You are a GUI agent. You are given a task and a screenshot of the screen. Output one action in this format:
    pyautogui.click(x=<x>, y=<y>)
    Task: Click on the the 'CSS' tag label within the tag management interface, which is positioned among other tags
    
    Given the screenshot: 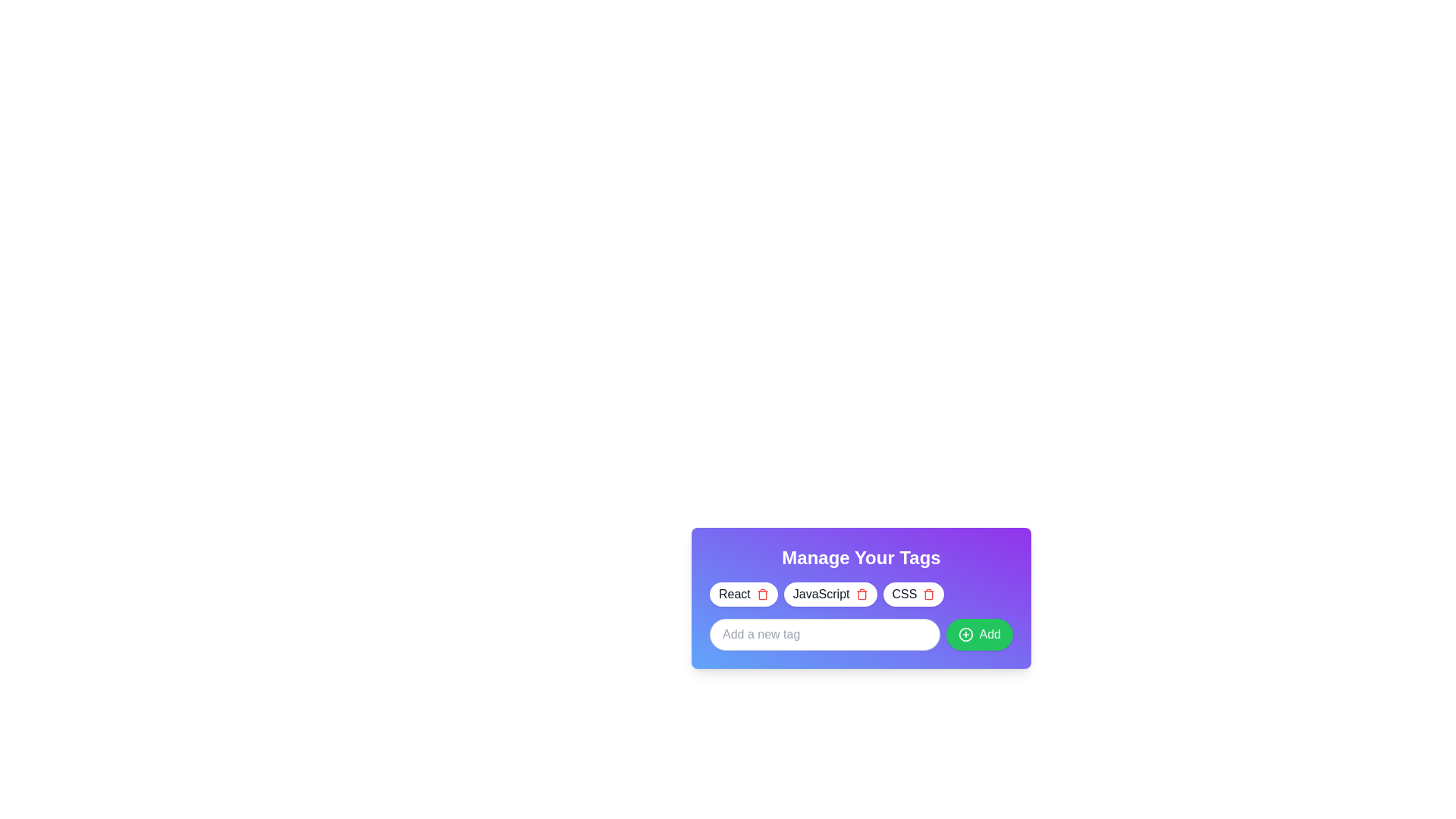 What is the action you would take?
    pyautogui.click(x=904, y=593)
    